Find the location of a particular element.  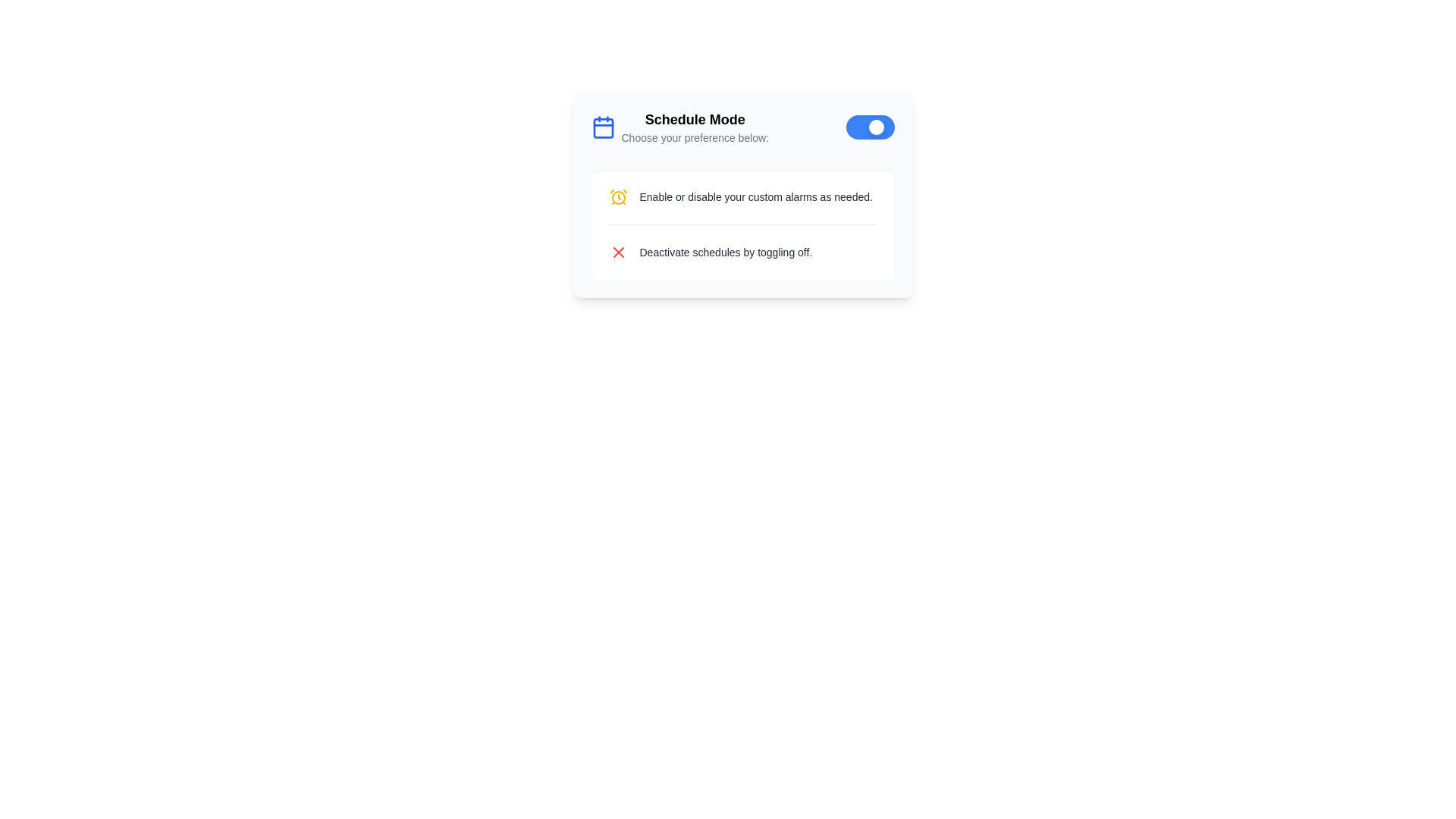

the text header of the Composite element, which includes a toggle switch, to trigger a tooltip if implemented is located at coordinates (742, 127).